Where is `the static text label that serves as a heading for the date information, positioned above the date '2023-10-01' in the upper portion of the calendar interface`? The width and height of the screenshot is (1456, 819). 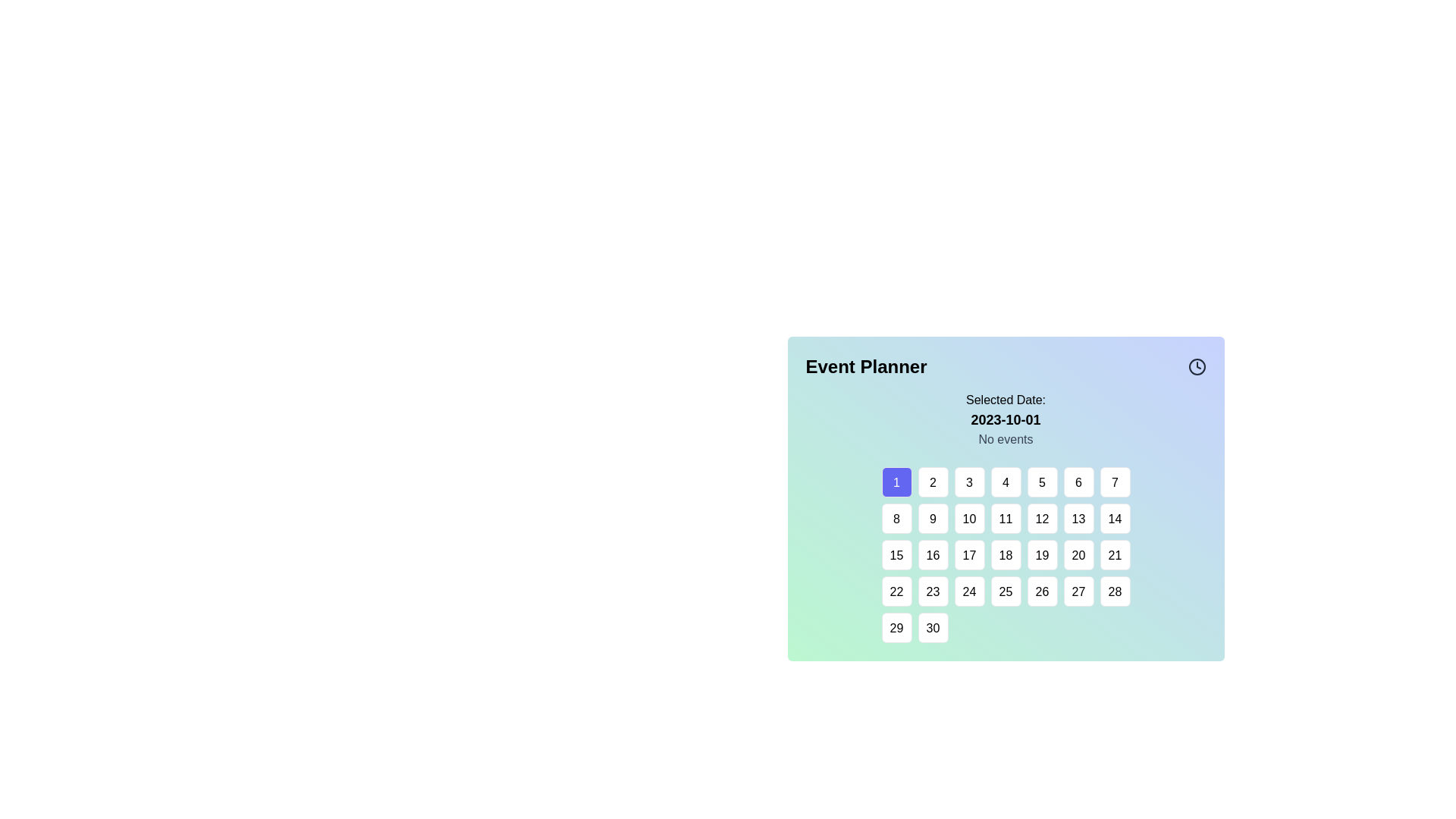 the static text label that serves as a heading for the date information, positioned above the date '2023-10-01' in the upper portion of the calendar interface is located at coordinates (1006, 400).